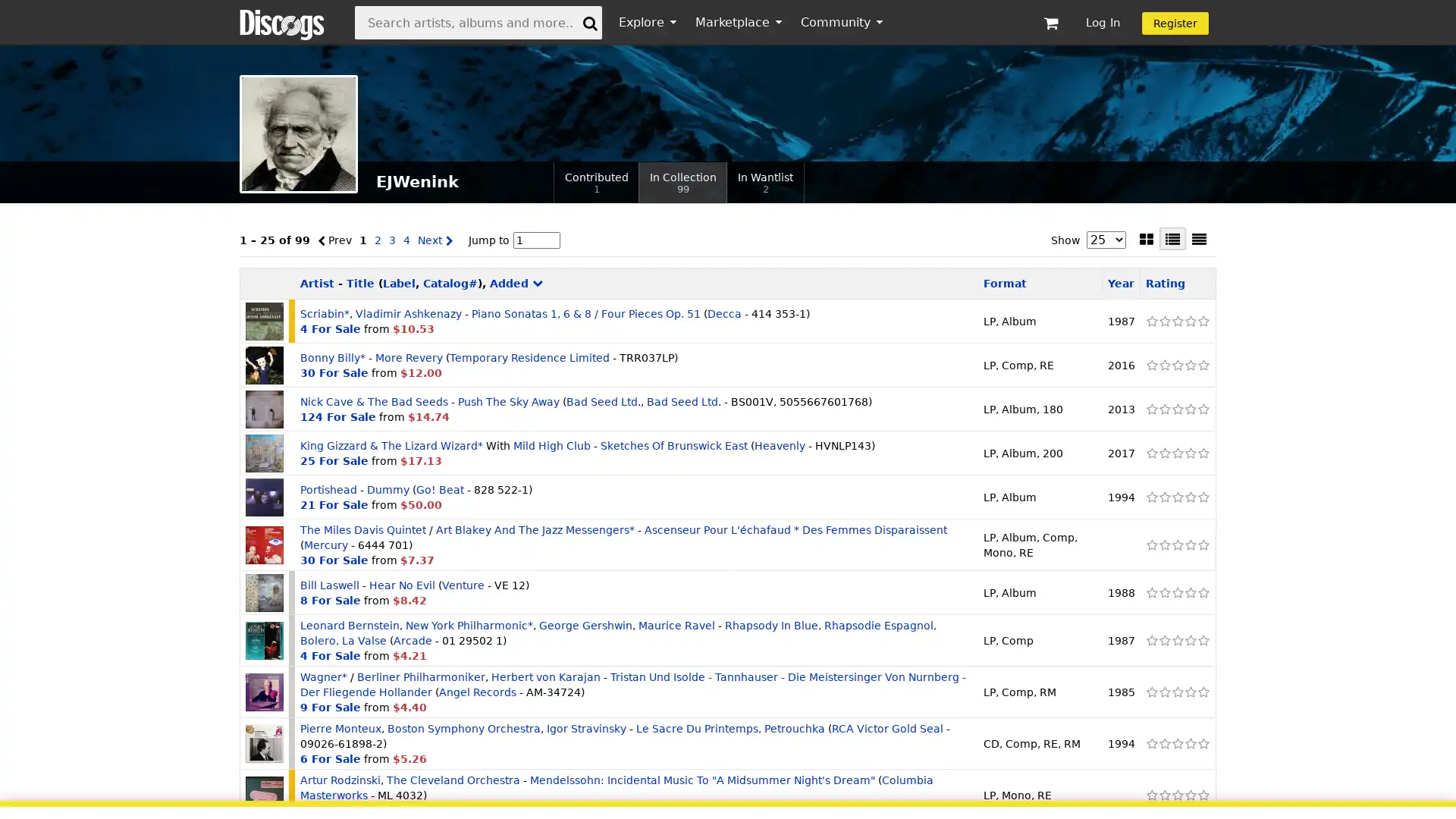  Describe the element at coordinates (1176, 452) in the screenshot. I see `Rate this release 3 stars.` at that location.